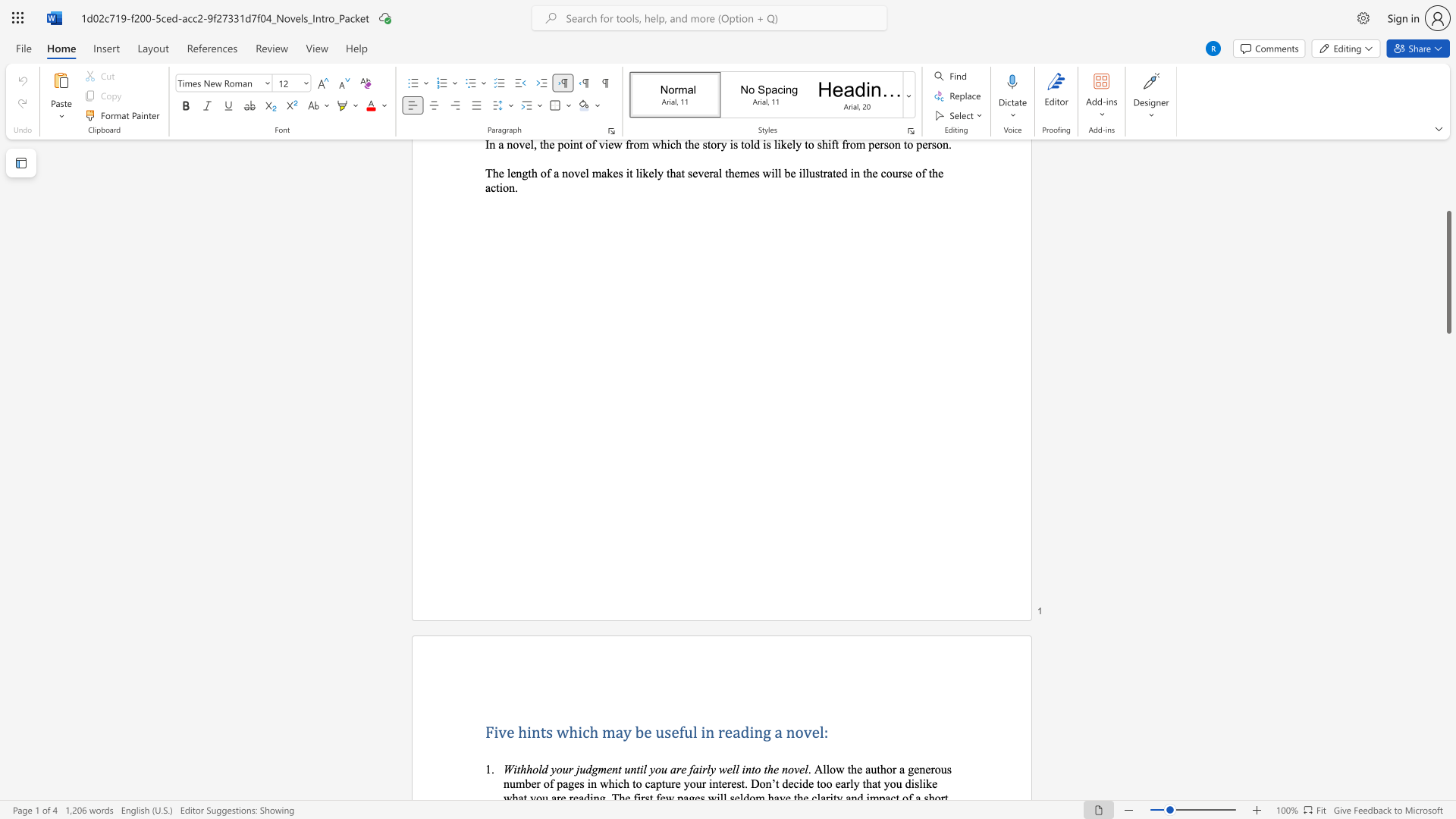 The height and width of the screenshot is (819, 1456). What do you see at coordinates (1448, 189) in the screenshot?
I see `the scrollbar` at bounding box center [1448, 189].